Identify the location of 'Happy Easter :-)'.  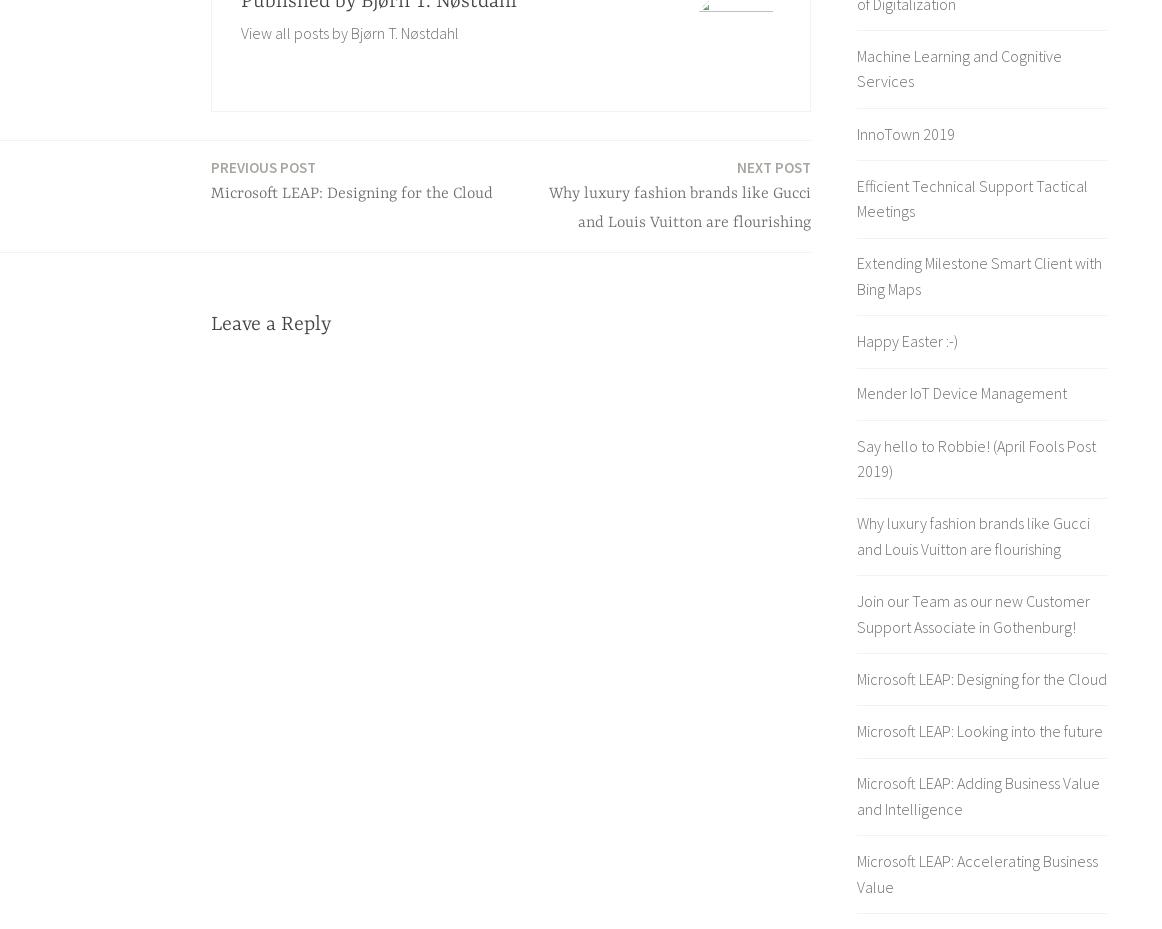
(906, 341).